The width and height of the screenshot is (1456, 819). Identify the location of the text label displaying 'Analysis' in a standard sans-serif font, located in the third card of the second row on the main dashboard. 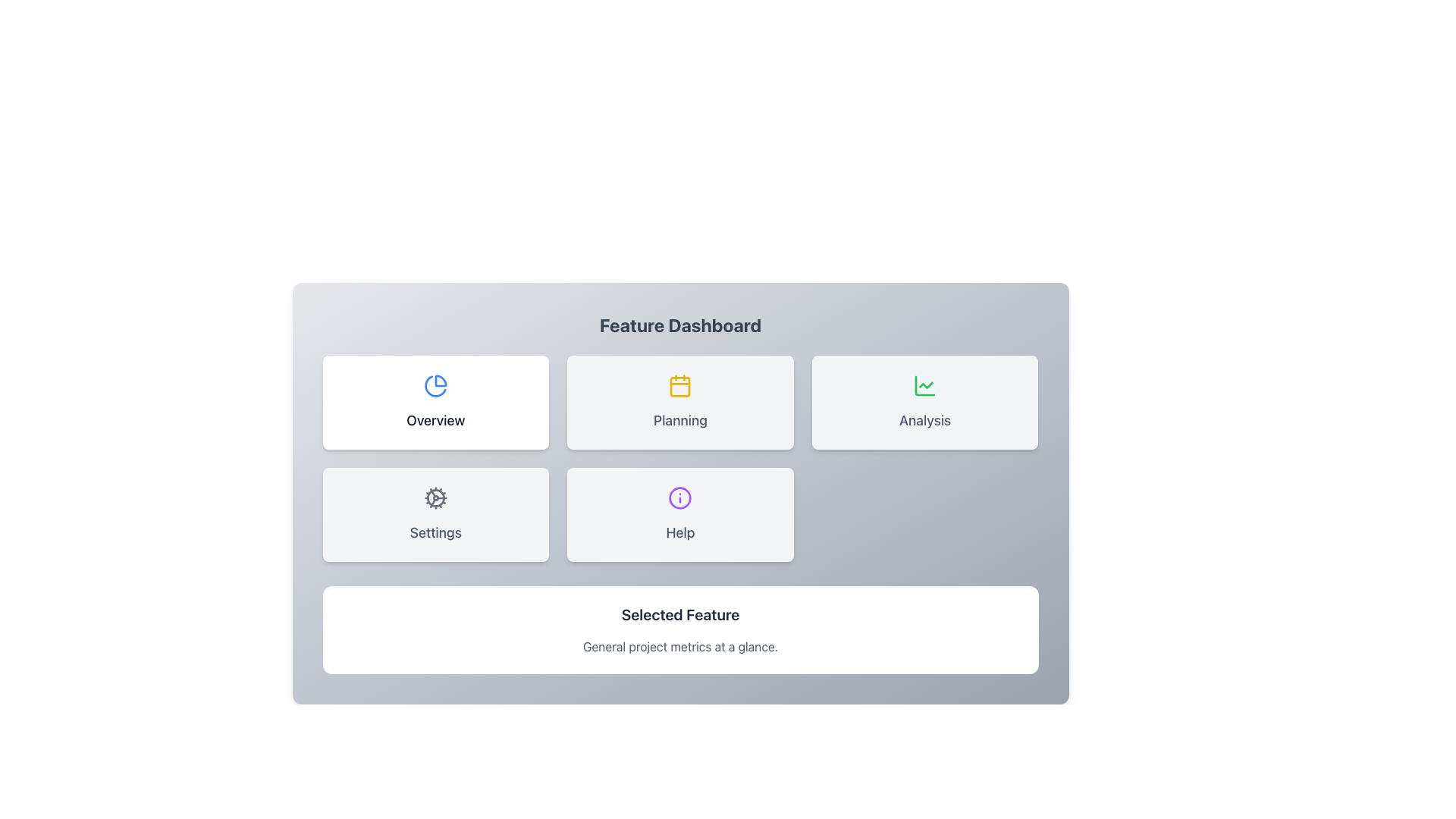
(924, 421).